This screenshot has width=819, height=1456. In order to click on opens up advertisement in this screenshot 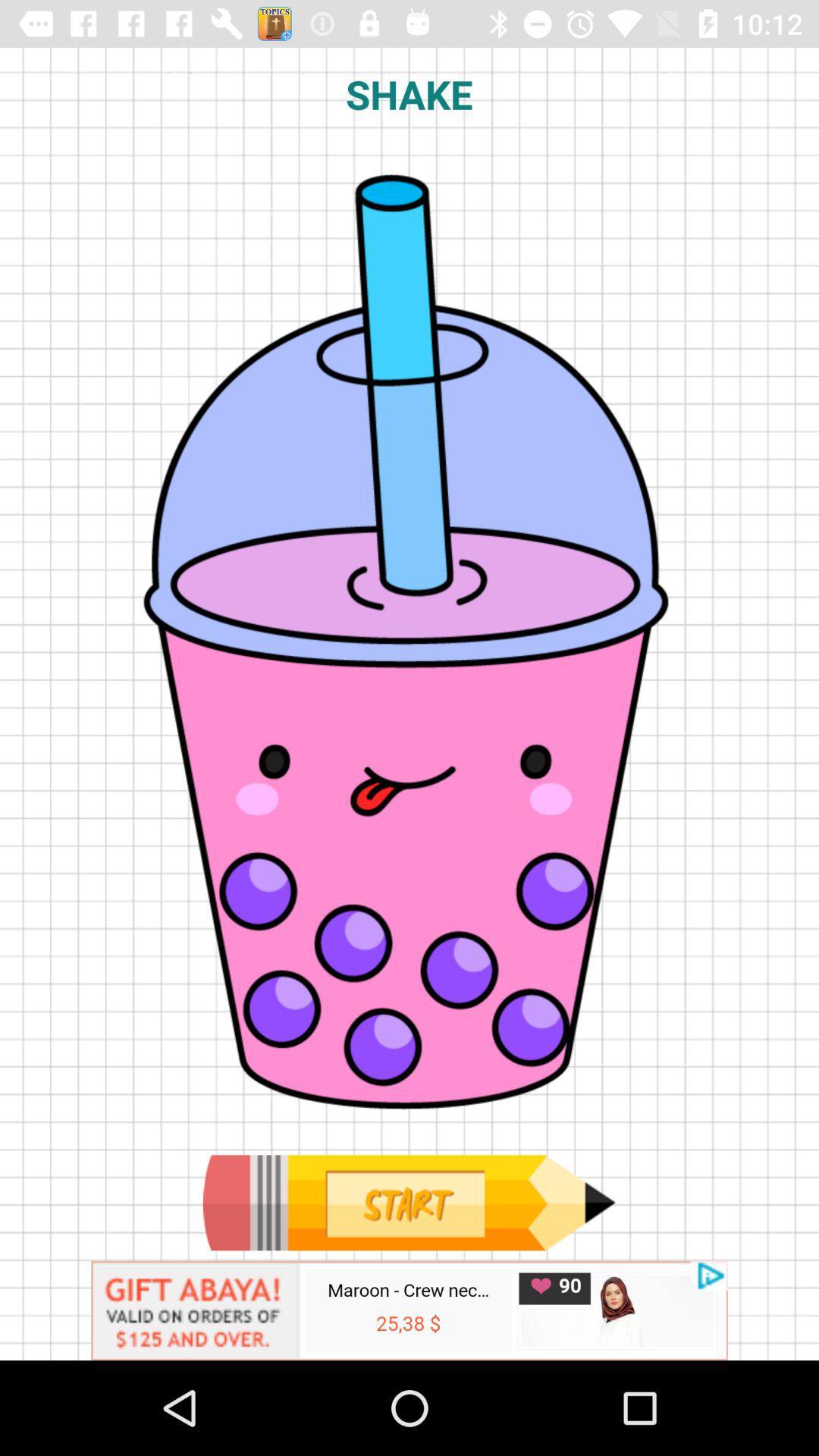, I will do `click(409, 1310)`.